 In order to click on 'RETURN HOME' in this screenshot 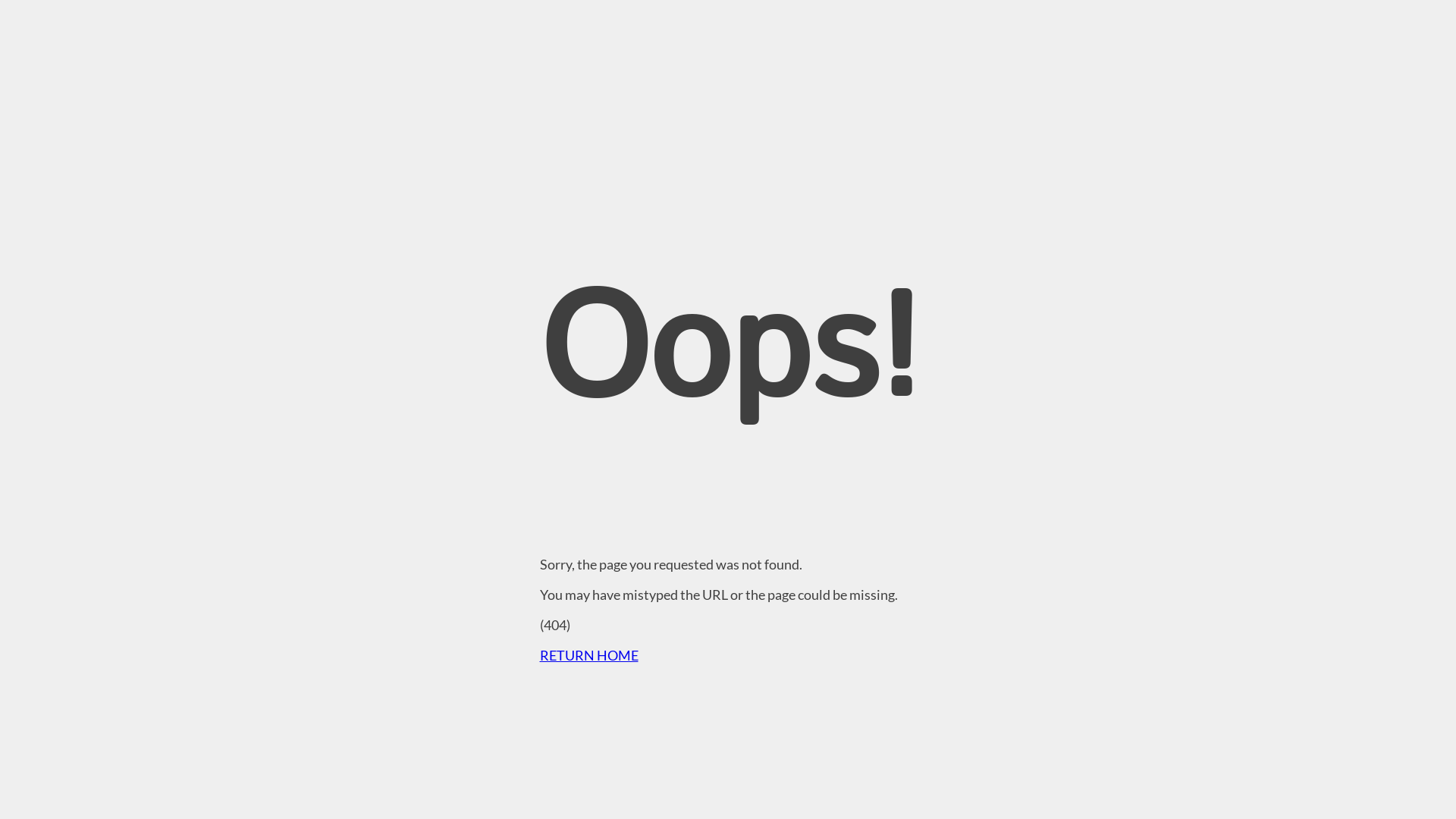, I will do `click(588, 654)`.